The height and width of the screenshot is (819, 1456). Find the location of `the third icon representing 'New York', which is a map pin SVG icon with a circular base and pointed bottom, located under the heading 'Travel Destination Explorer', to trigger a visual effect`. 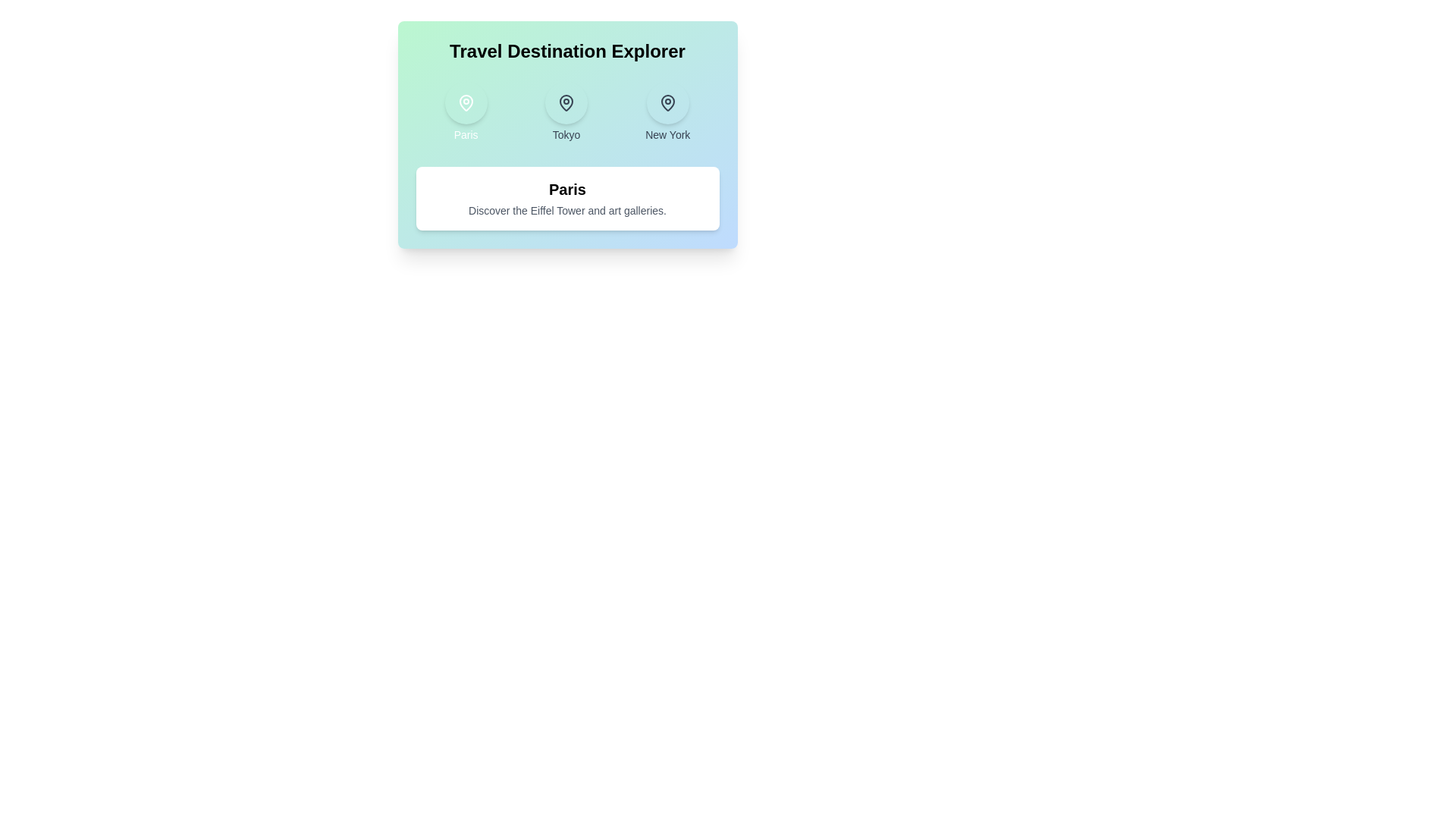

the third icon representing 'New York', which is a map pin SVG icon with a circular base and pointed bottom, located under the heading 'Travel Destination Explorer', to trigger a visual effect is located at coordinates (667, 102).